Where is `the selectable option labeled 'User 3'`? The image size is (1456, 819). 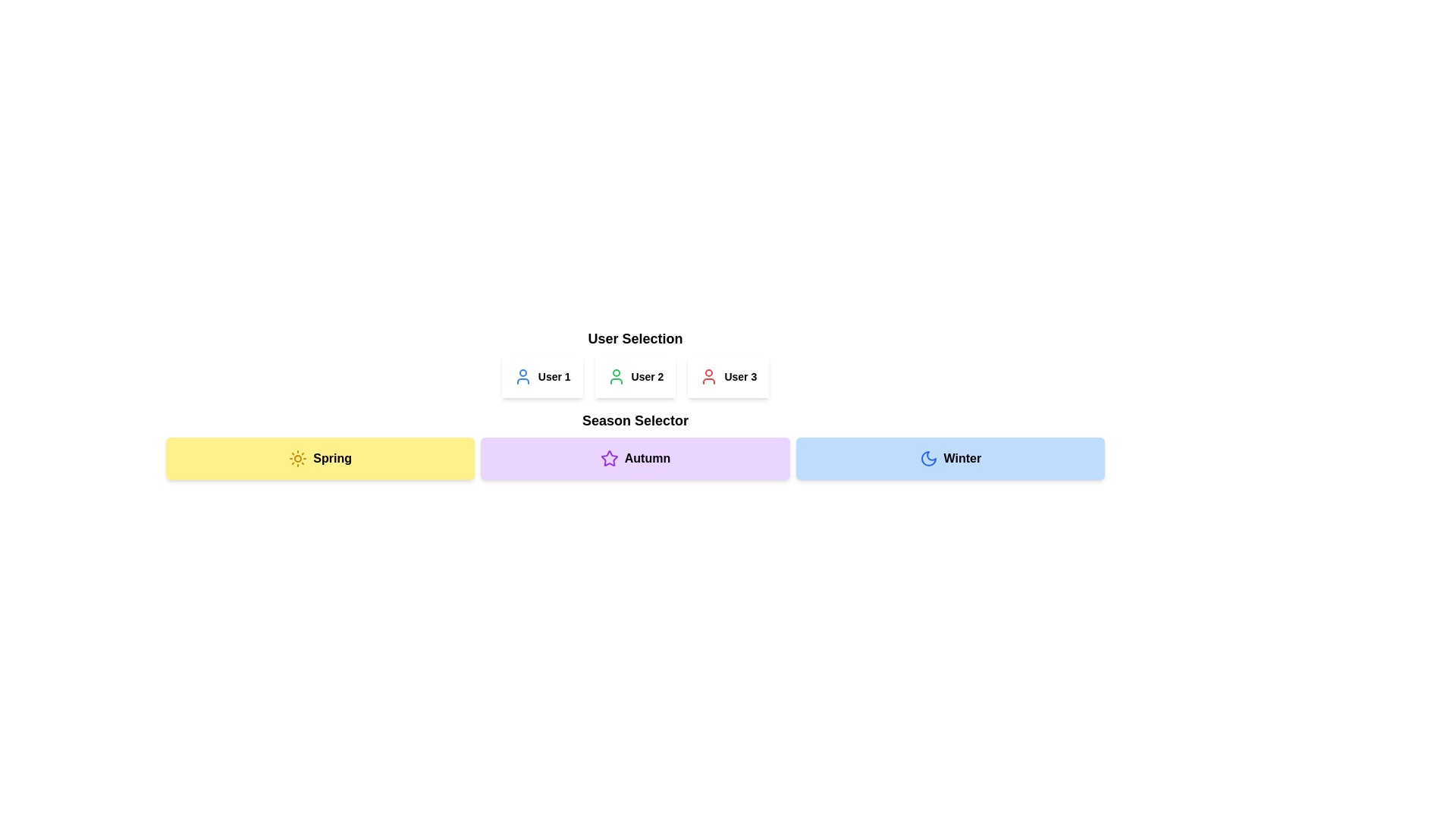
the selectable option labeled 'User 3' is located at coordinates (728, 376).